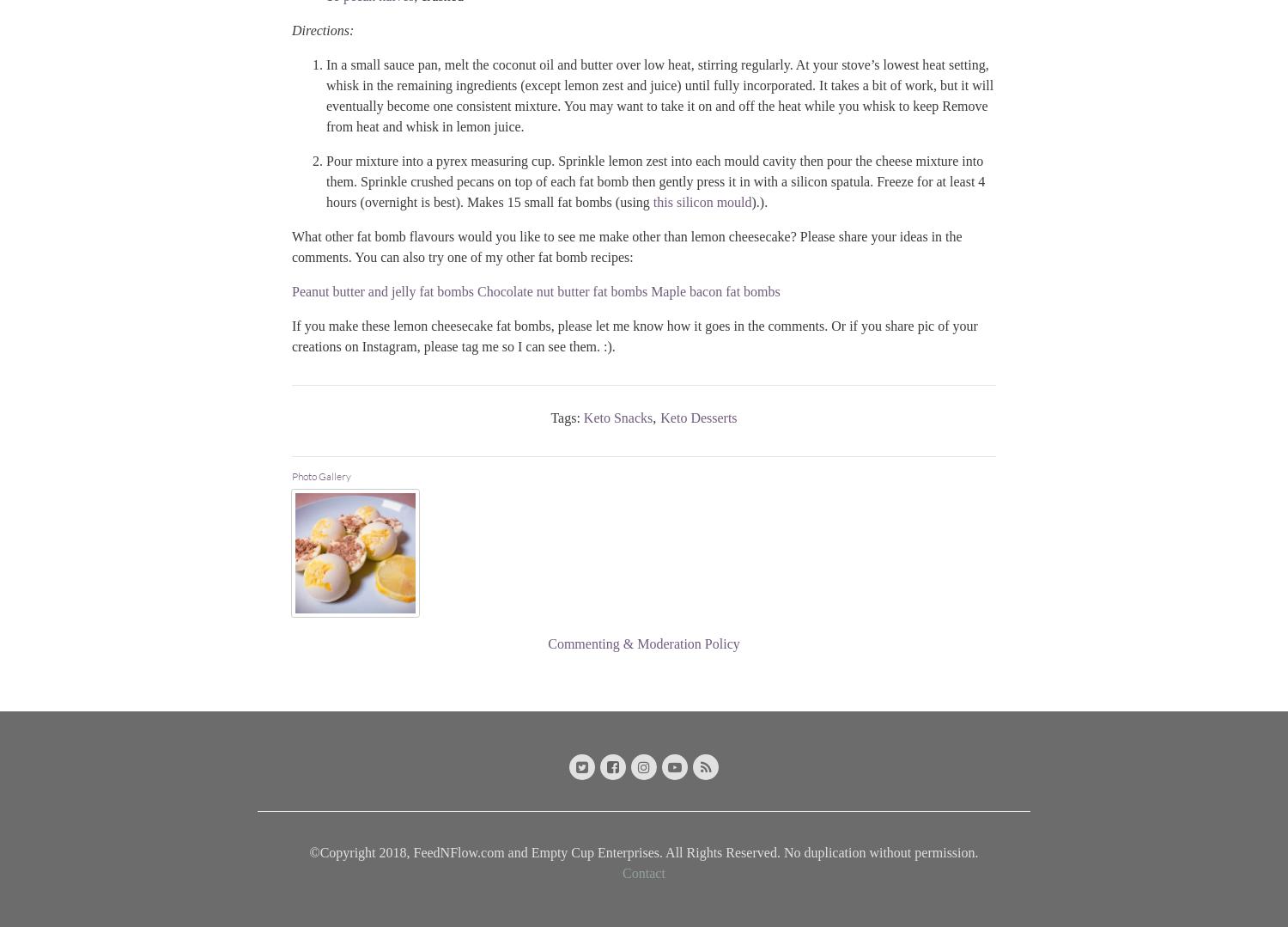  What do you see at coordinates (323, 29) in the screenshot?
I see `'Directions:'` at bounding box center [323, 29].